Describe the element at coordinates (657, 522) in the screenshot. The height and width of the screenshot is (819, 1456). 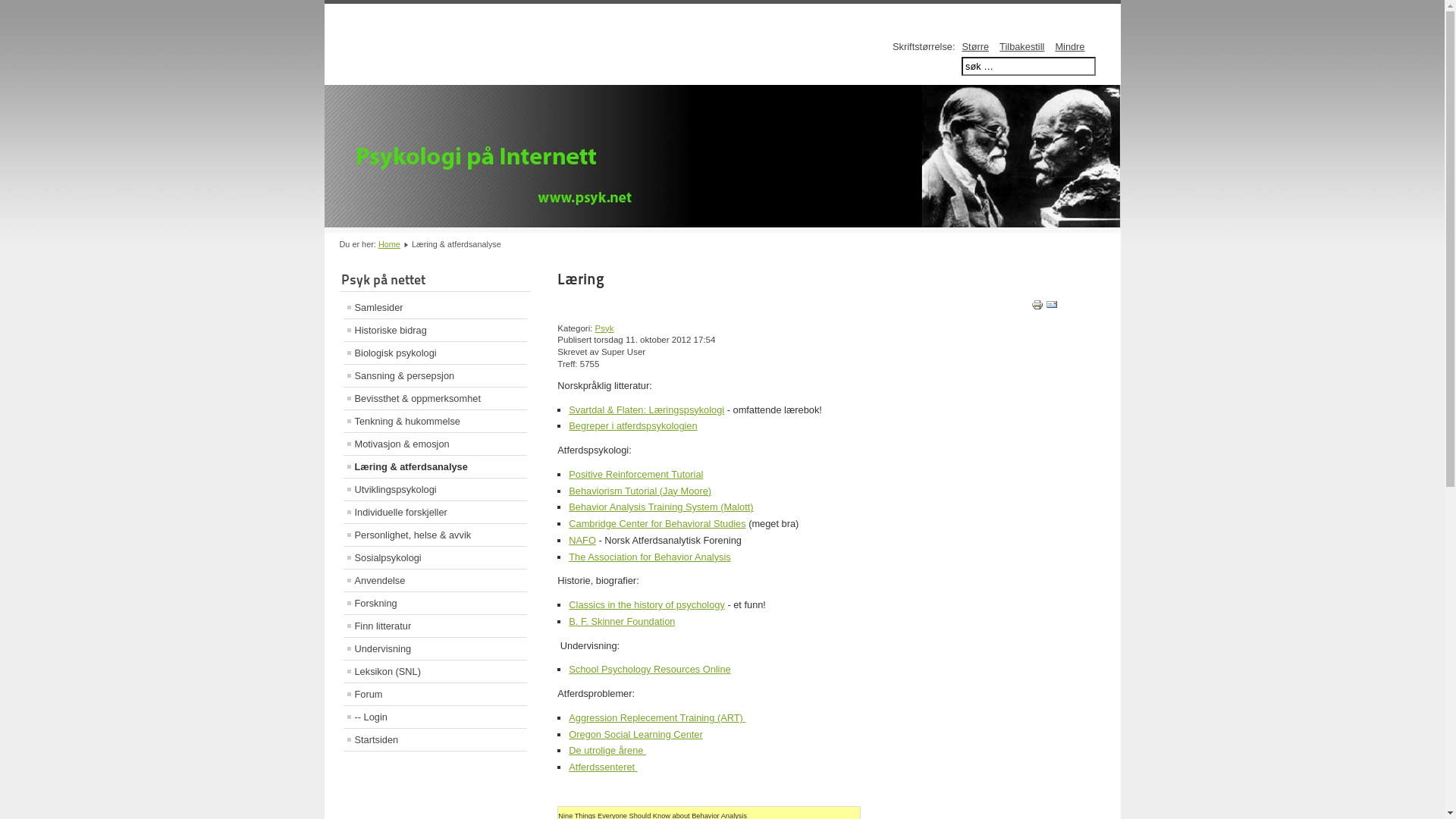
I see `'Cambridge Center for Behavioral Studies'` at that location.